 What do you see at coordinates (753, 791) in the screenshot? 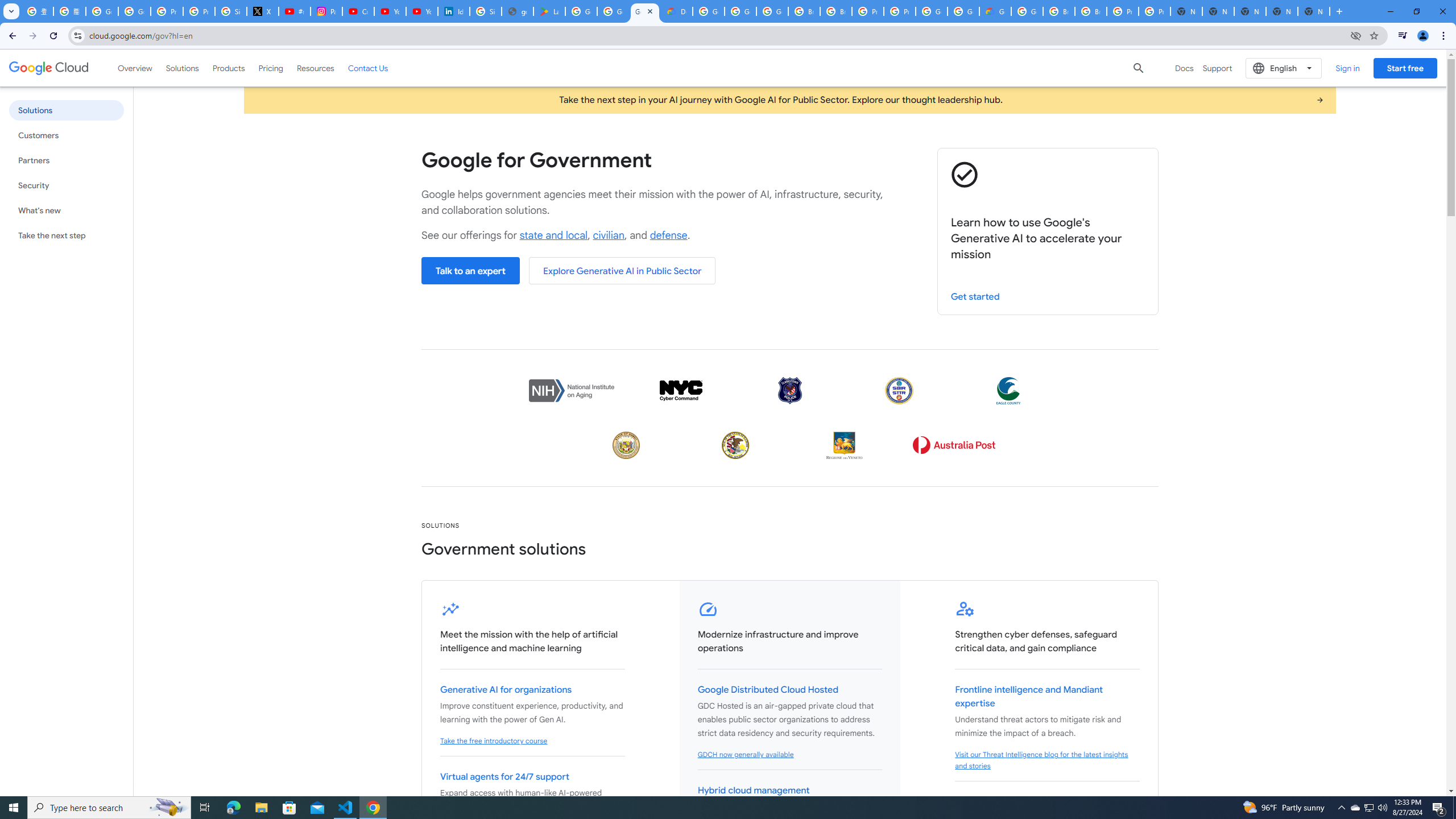
I see `'Hybrid cloud management'` at bounding box center [753, 791].